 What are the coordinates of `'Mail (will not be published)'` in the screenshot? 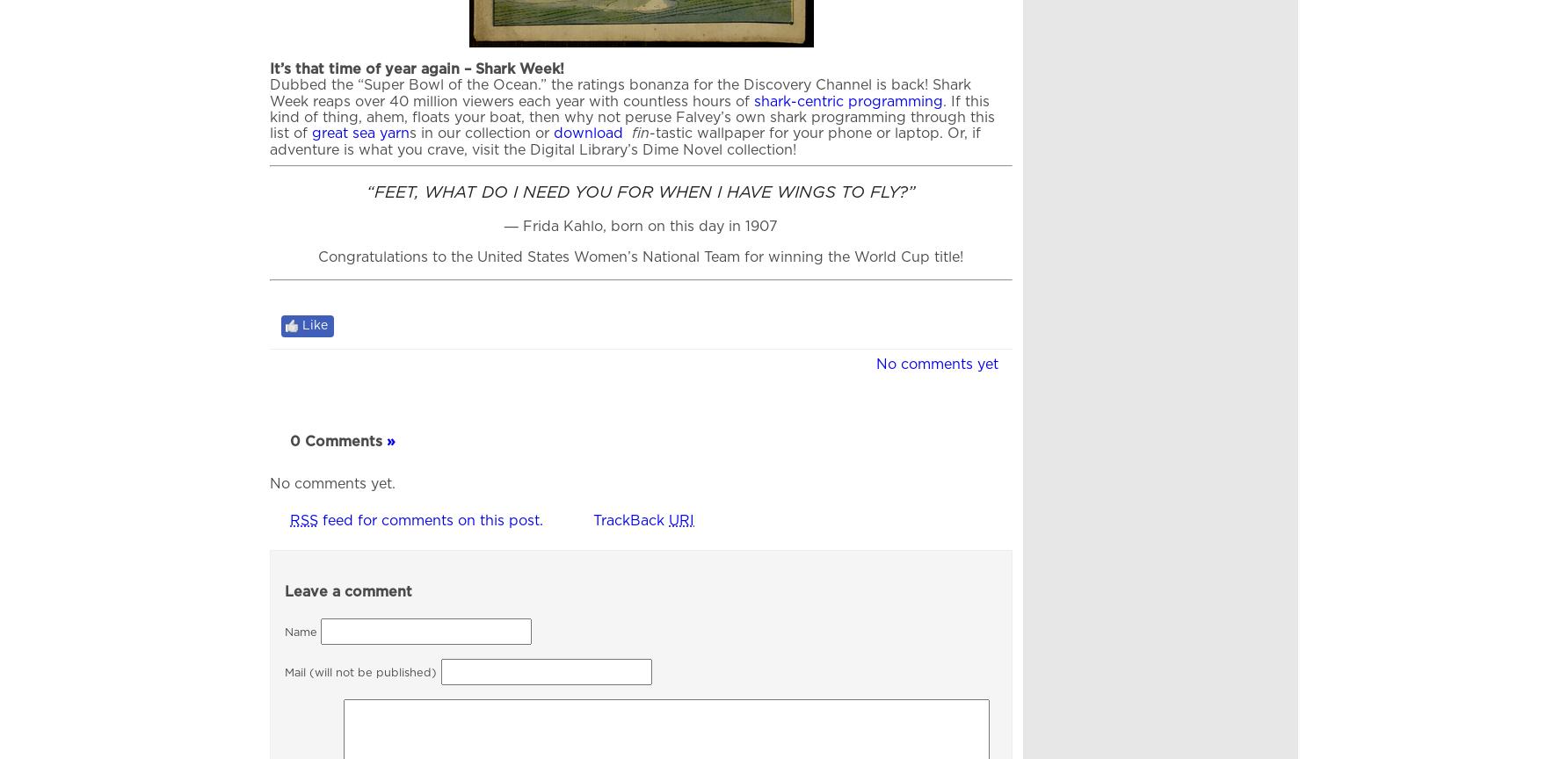 It's located at (359, 672).